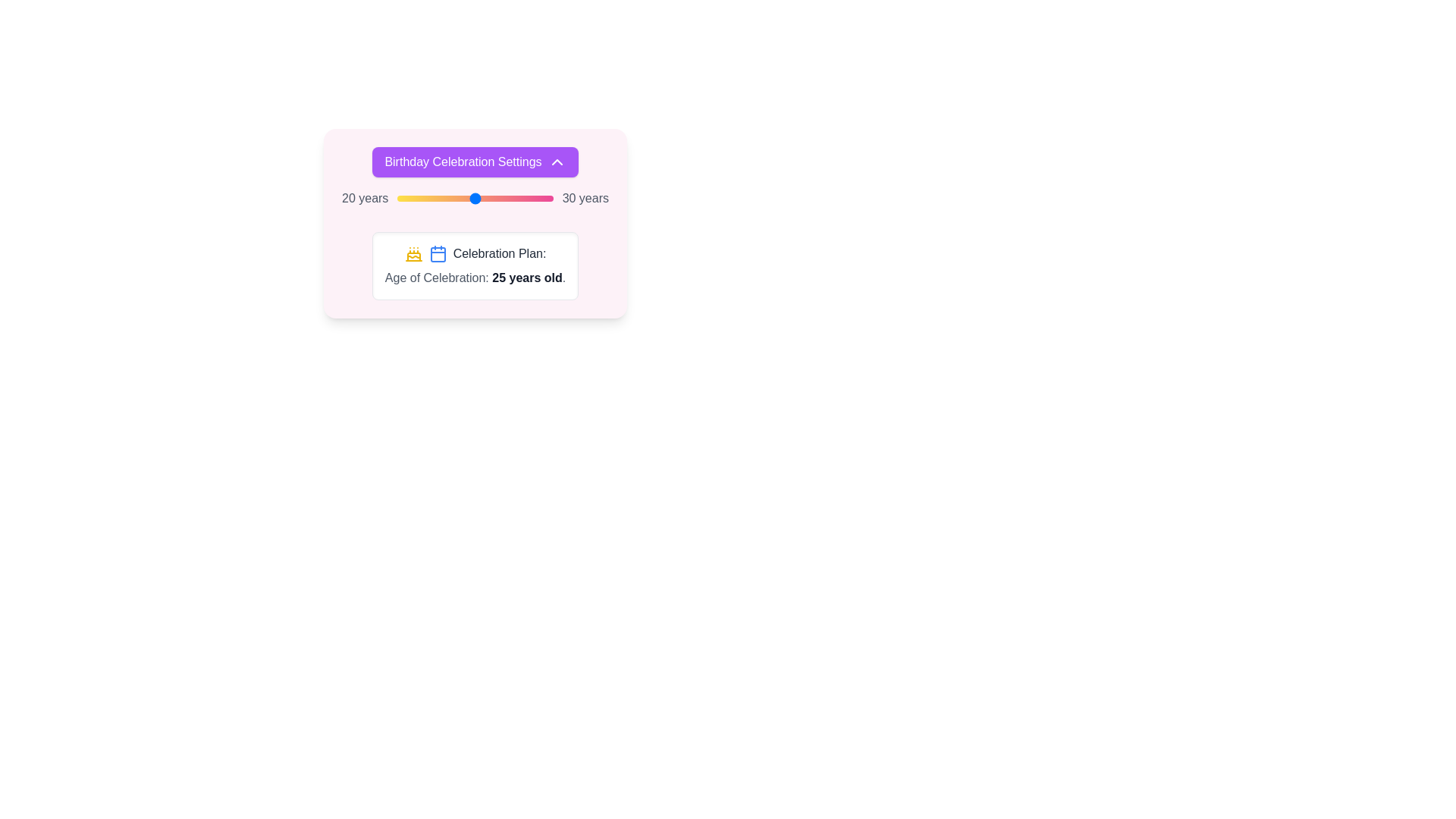  Describe the element at coordinates (475, 162) in the screenshot. I see `the 'Birthday Celebration Settings' button to toggle the visibility of the celebration settings` at that location.